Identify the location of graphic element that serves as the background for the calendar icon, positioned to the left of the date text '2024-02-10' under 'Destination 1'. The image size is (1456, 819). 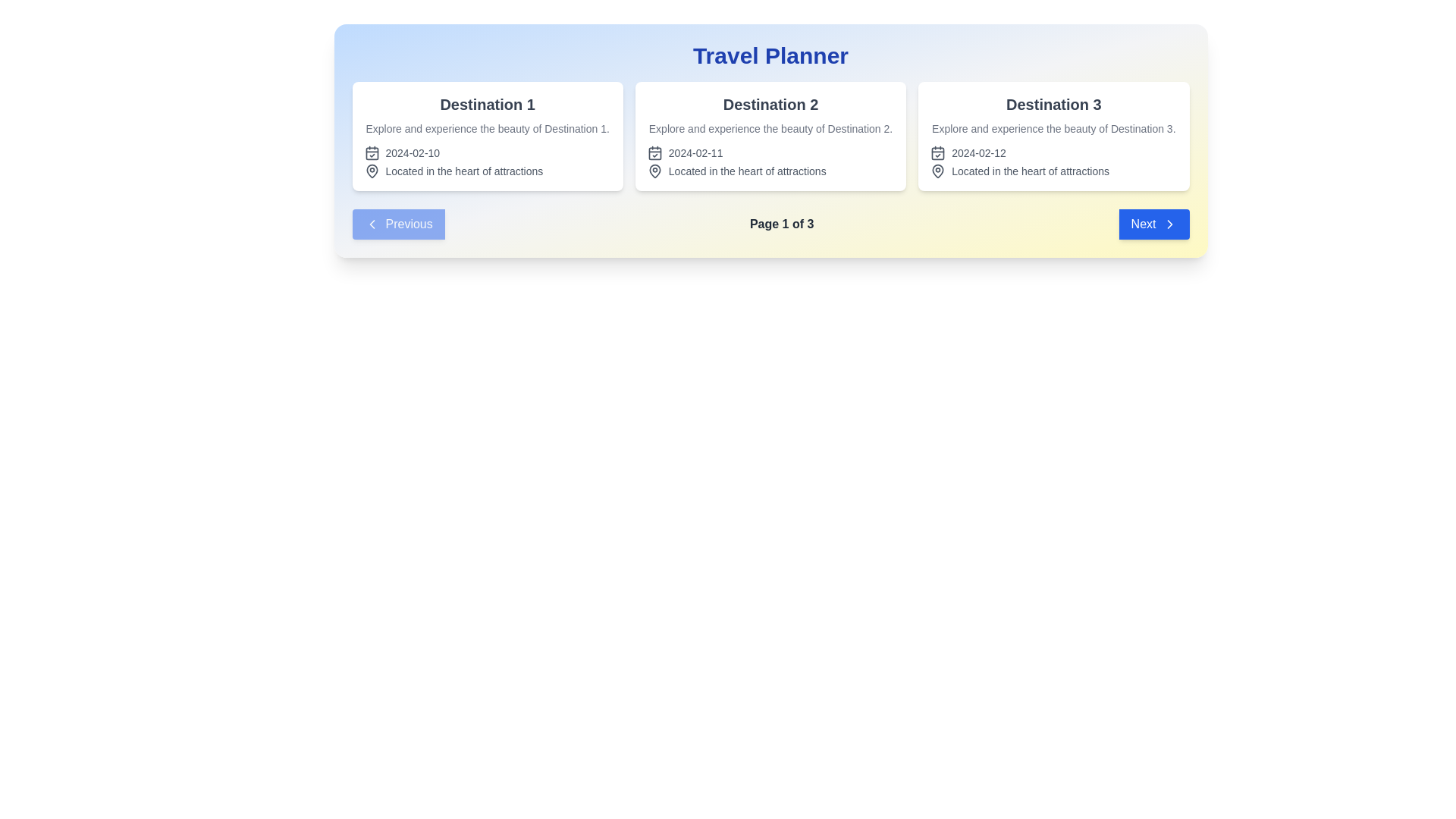
(372, 153).